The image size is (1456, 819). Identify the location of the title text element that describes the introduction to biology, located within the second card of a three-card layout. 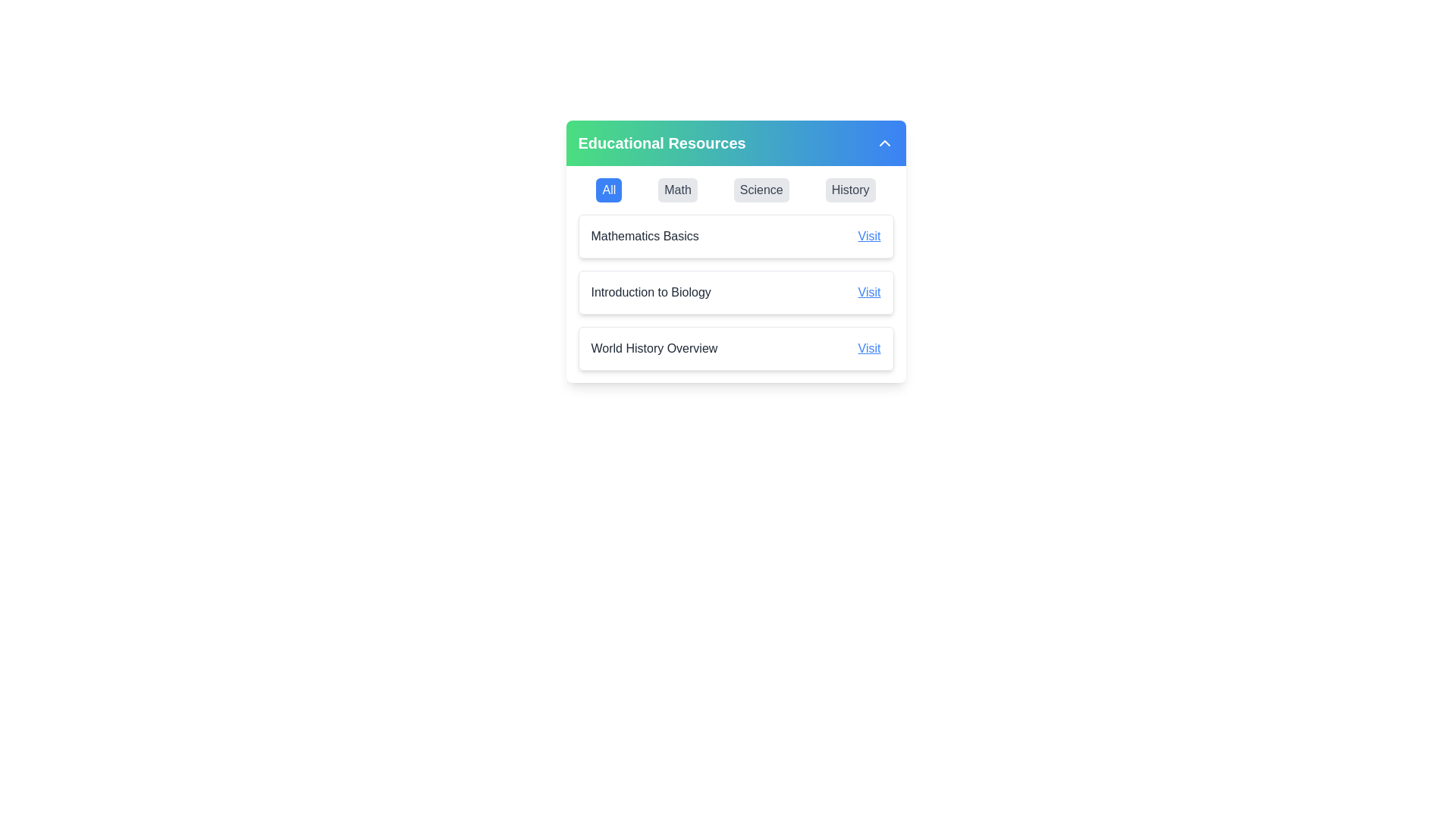
(651, 292).